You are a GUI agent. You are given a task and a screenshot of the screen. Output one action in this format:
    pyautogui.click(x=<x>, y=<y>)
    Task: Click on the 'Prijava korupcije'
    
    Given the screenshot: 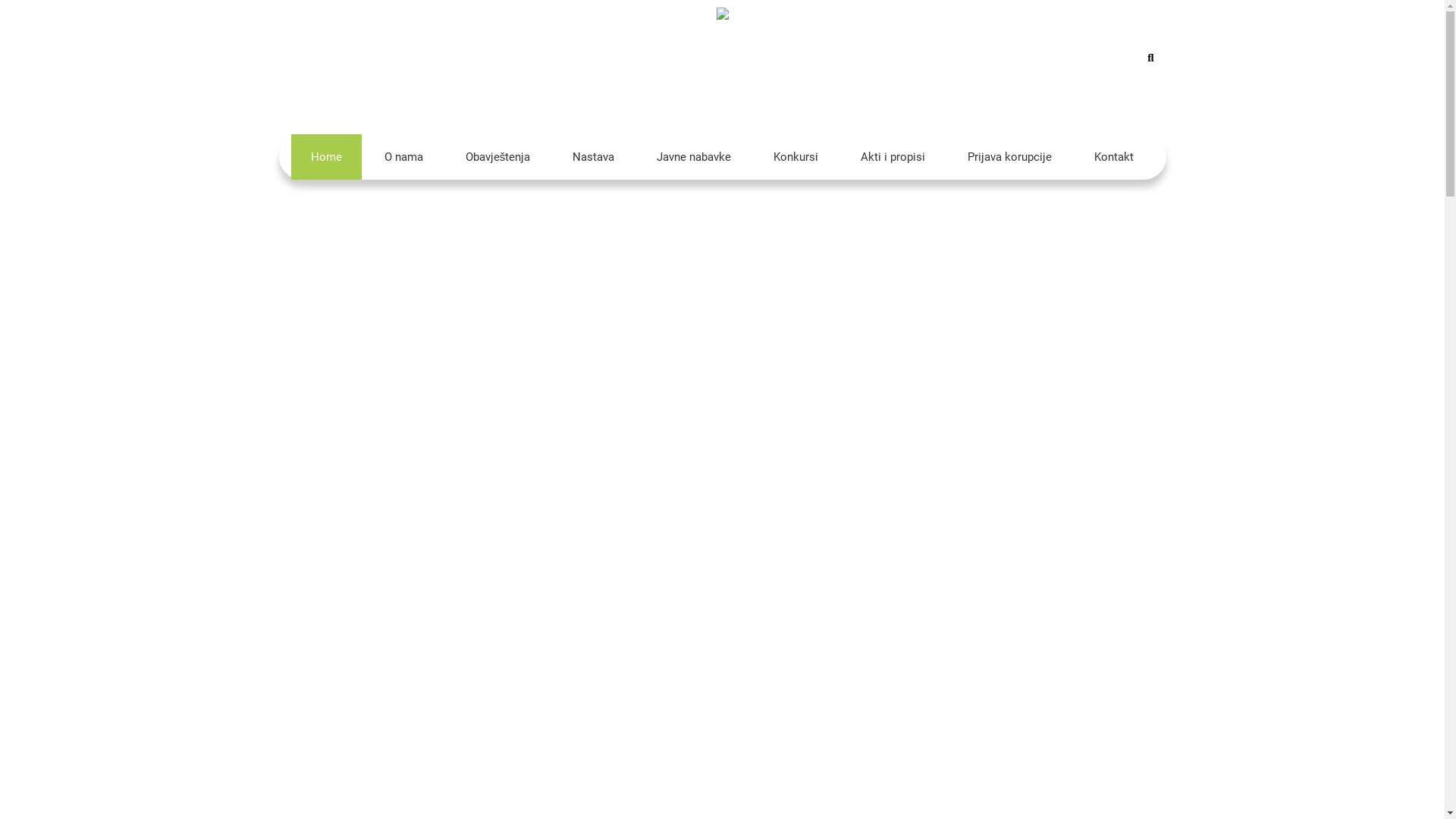 What is the action you would take?
    pyautogui.click(x=1009, y=157)
    